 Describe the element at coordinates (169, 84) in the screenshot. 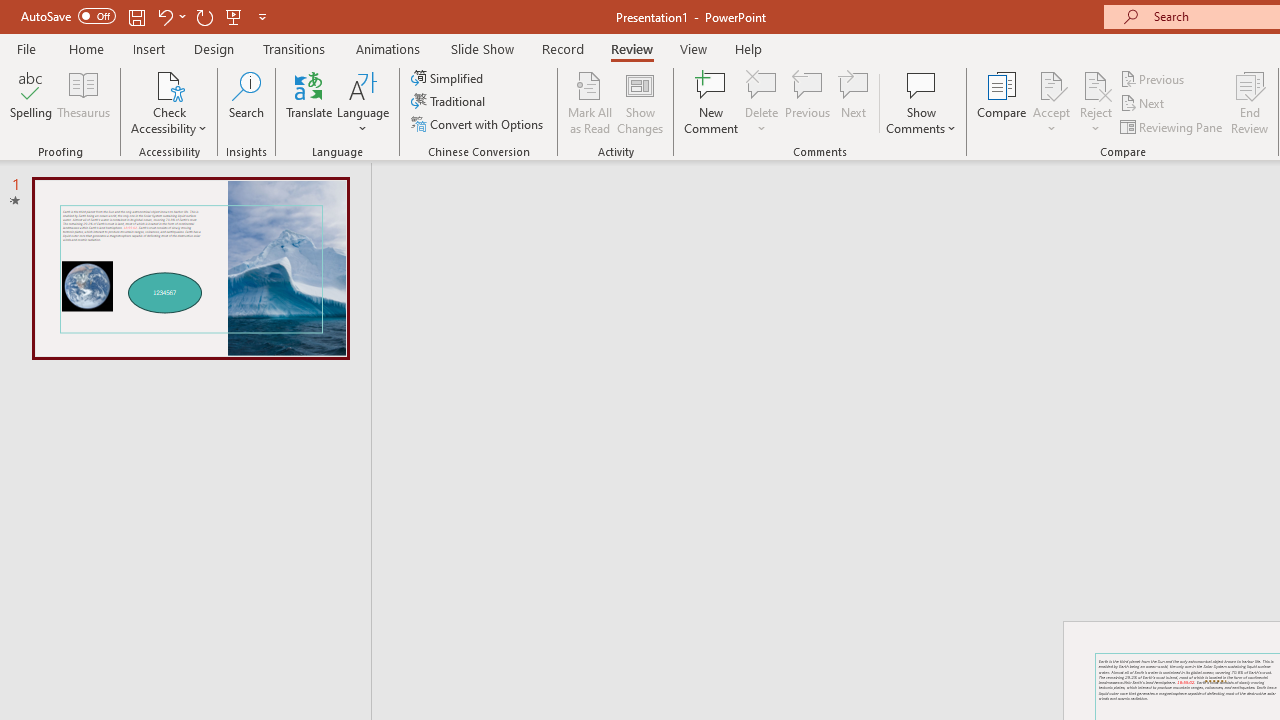

I see `'Check Accessibility'` at that location.